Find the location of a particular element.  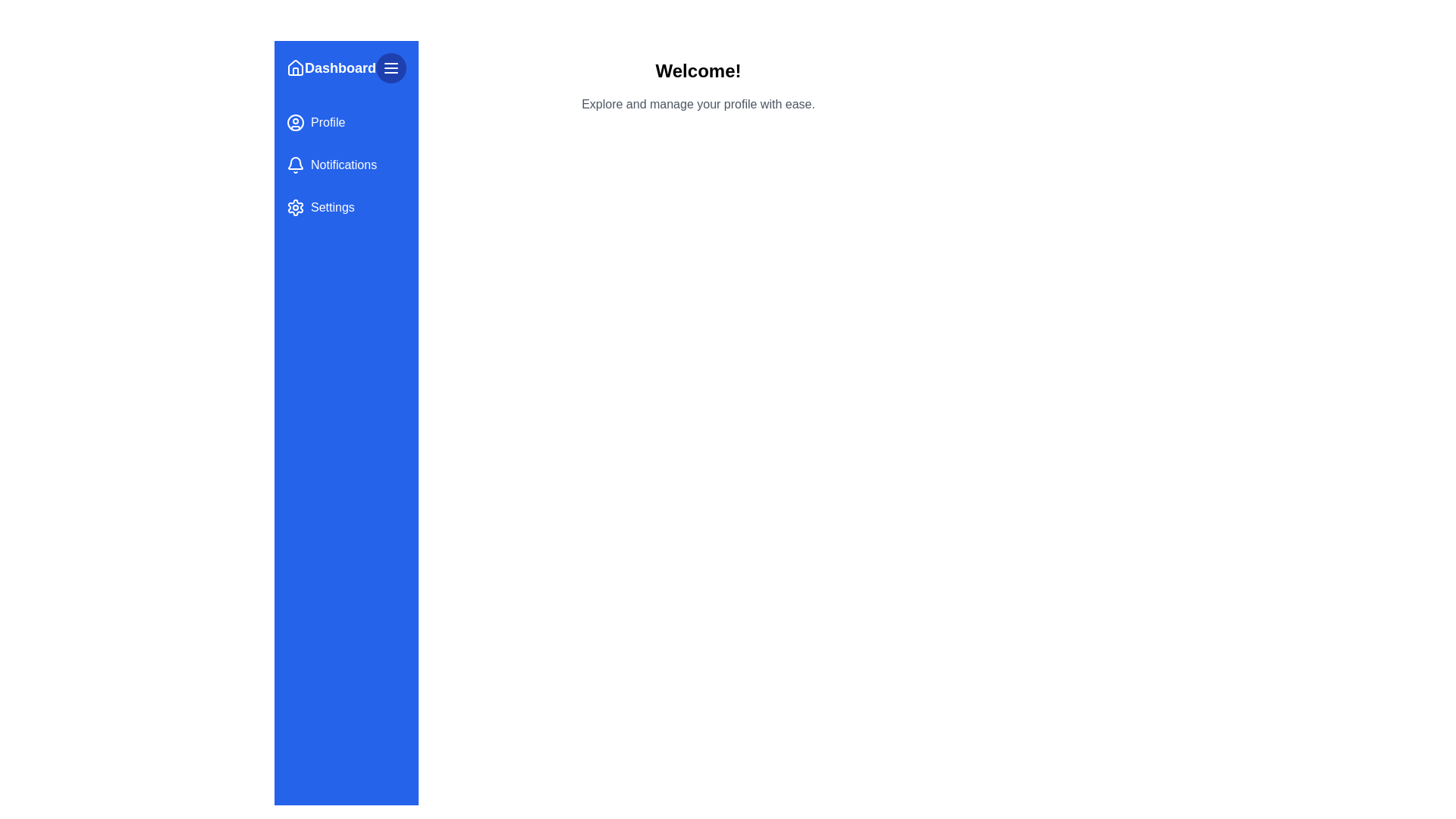

the house-shaped icon on the Dashboard element in the sidebar is located at coordinates (345, 67).